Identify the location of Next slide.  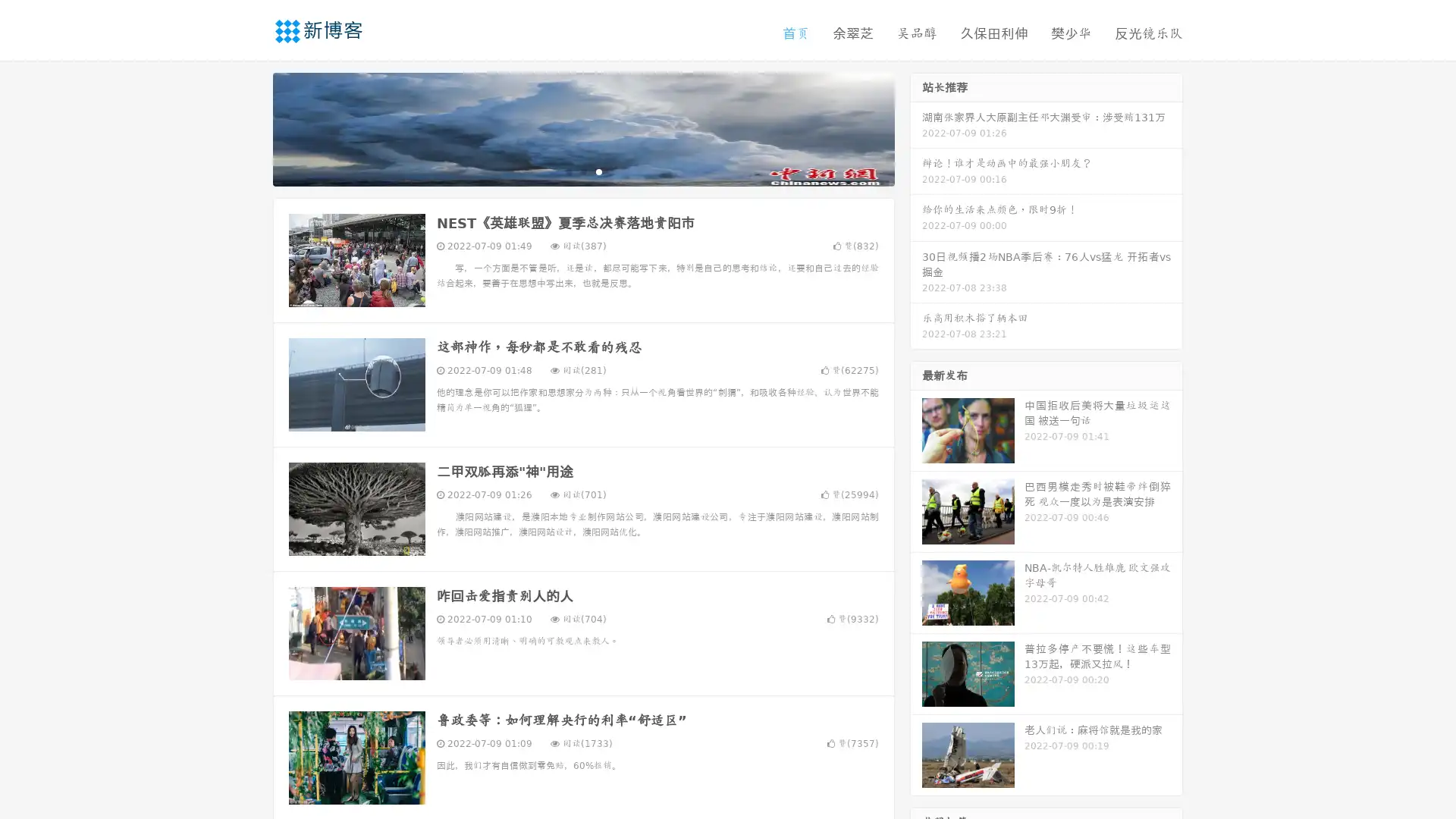
(916, 127).